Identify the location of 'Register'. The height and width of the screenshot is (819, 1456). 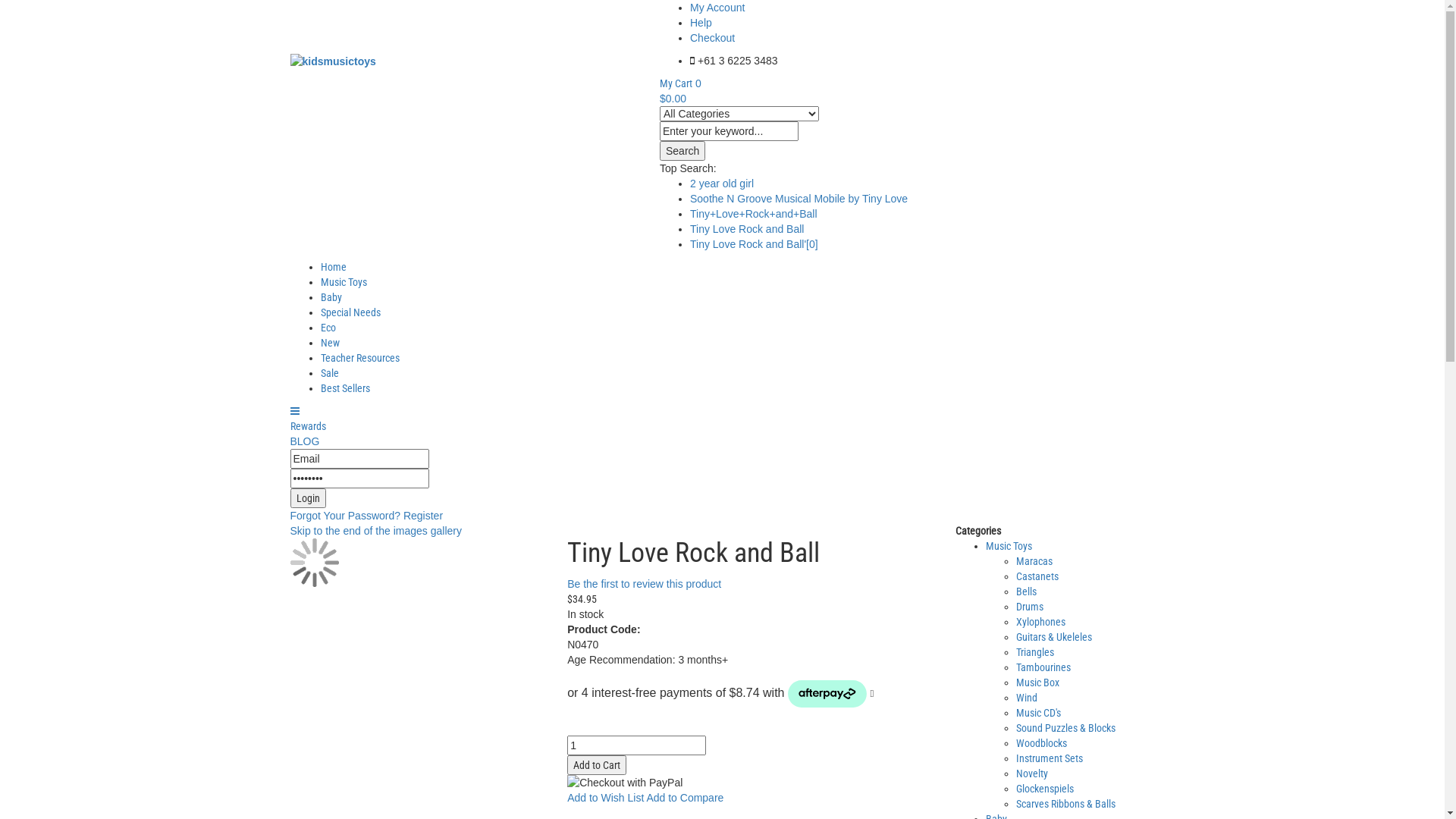
(403, 514).